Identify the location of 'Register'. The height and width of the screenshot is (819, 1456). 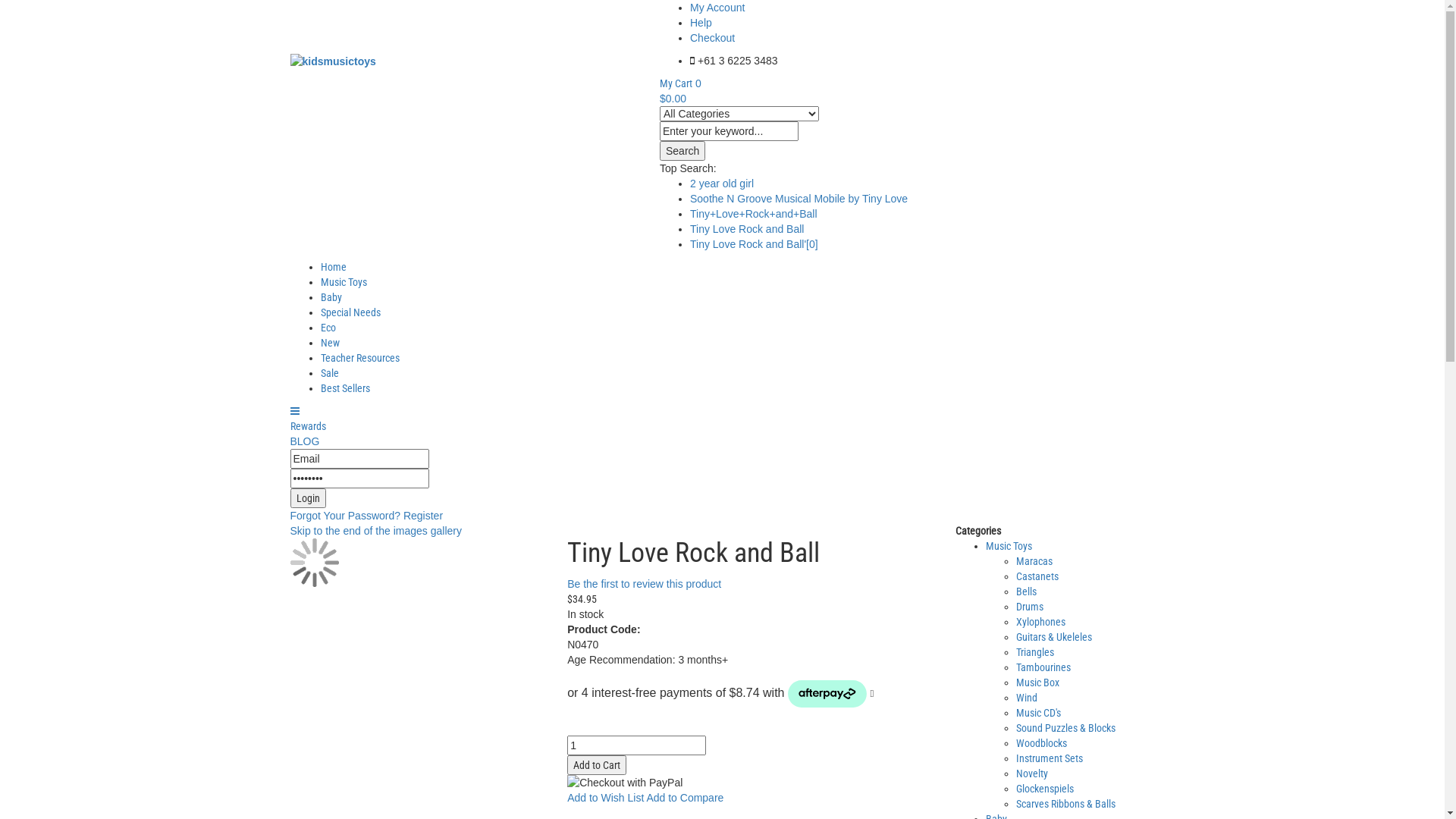
(403, 514).